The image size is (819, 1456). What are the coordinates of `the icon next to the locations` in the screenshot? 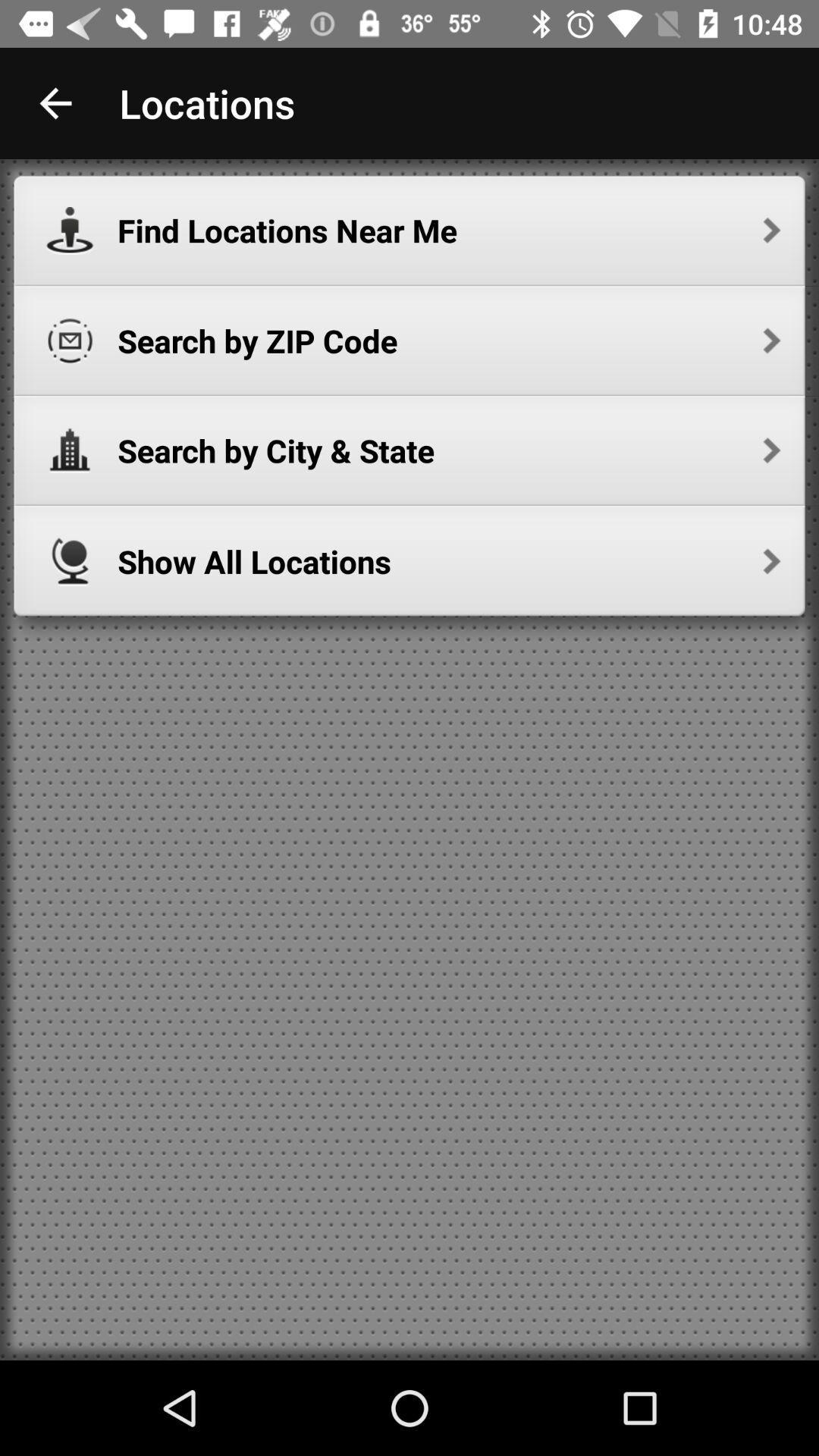 It's located at (55, 102).